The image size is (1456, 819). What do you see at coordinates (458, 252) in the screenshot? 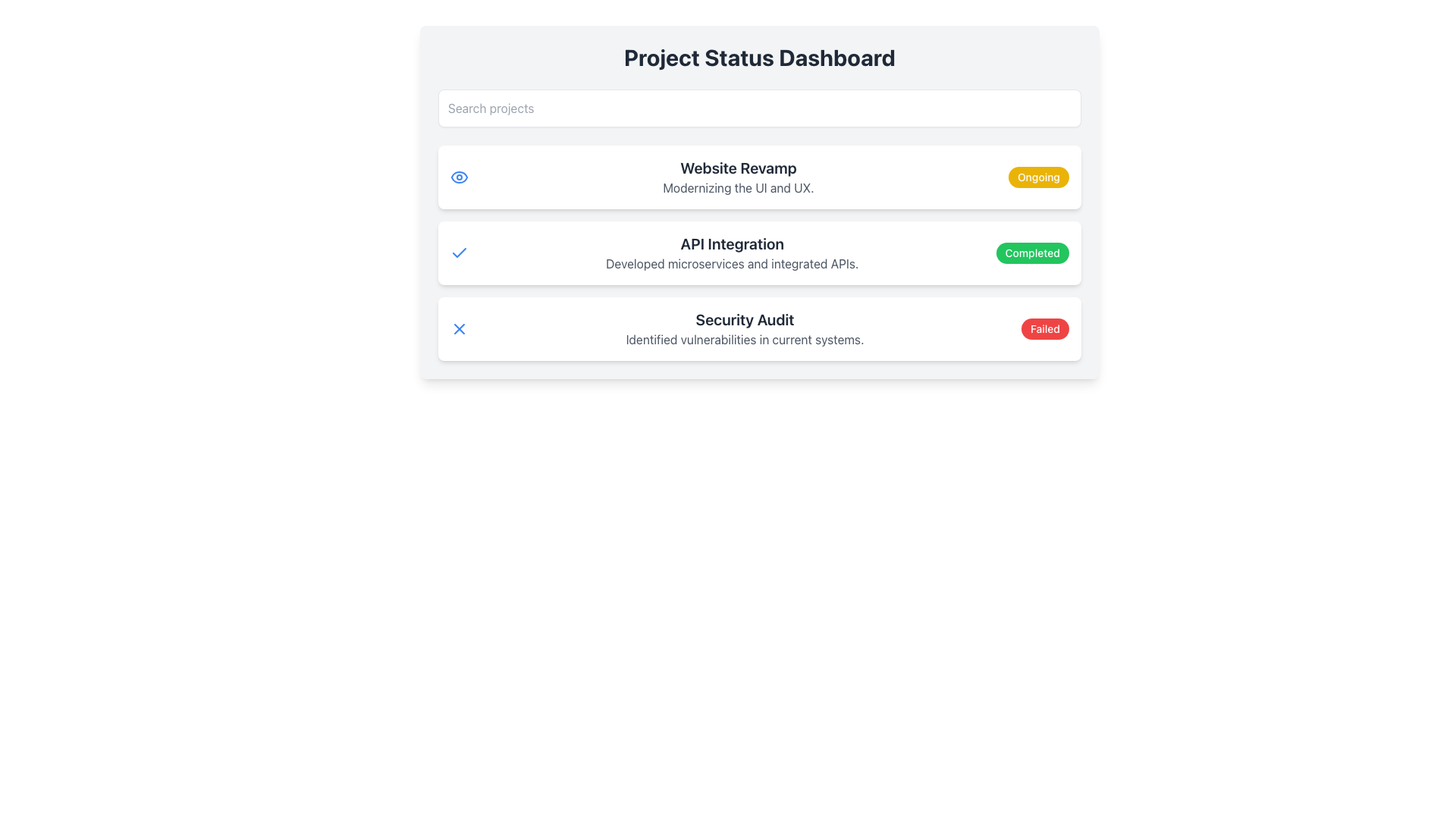
I see `the checkmark icon indicating successful completion of 'API Integration'` at bounding box center [458, 252].